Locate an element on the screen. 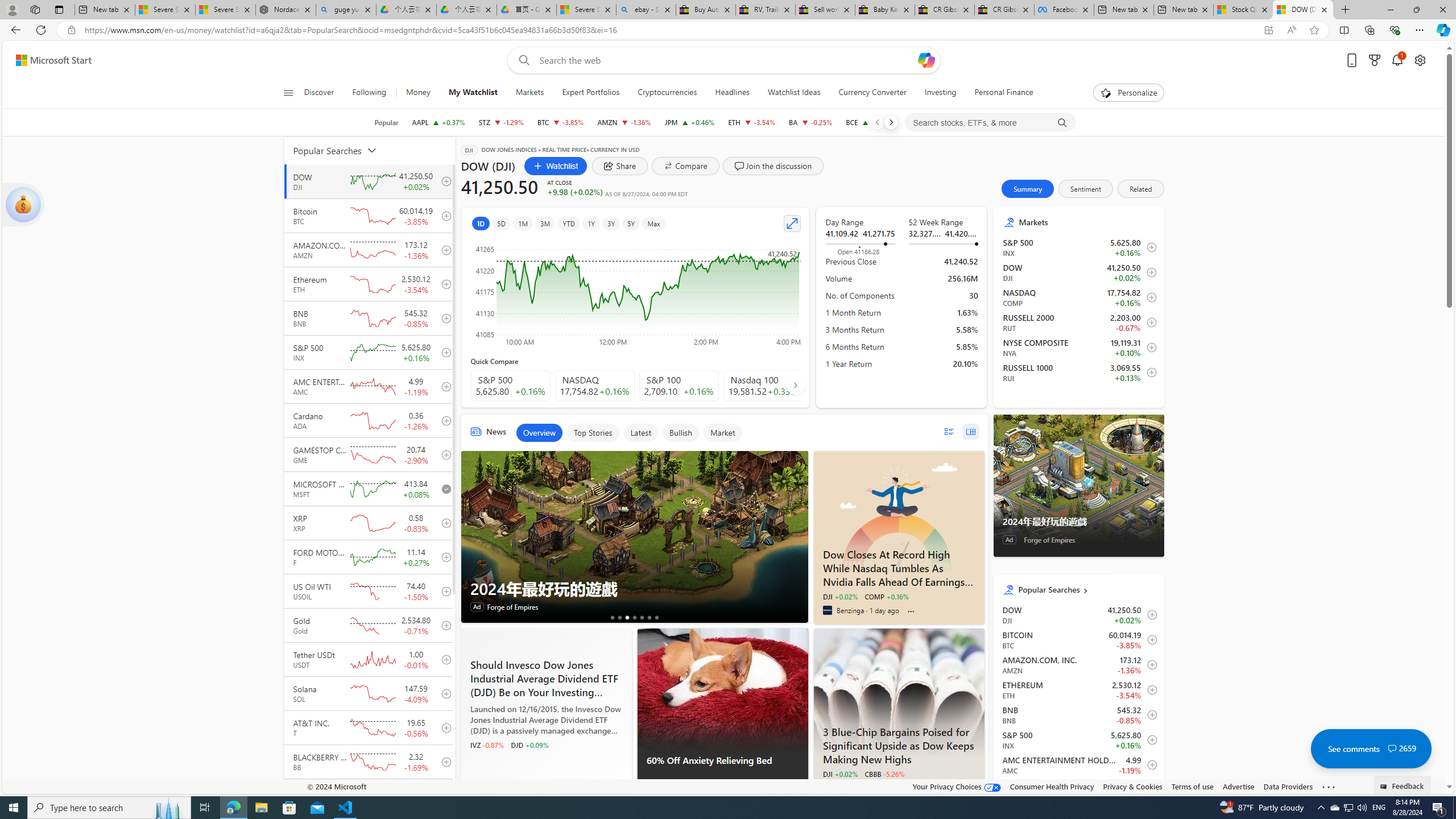  'Watchlist Ideas' is located at coordinates (793, 92).